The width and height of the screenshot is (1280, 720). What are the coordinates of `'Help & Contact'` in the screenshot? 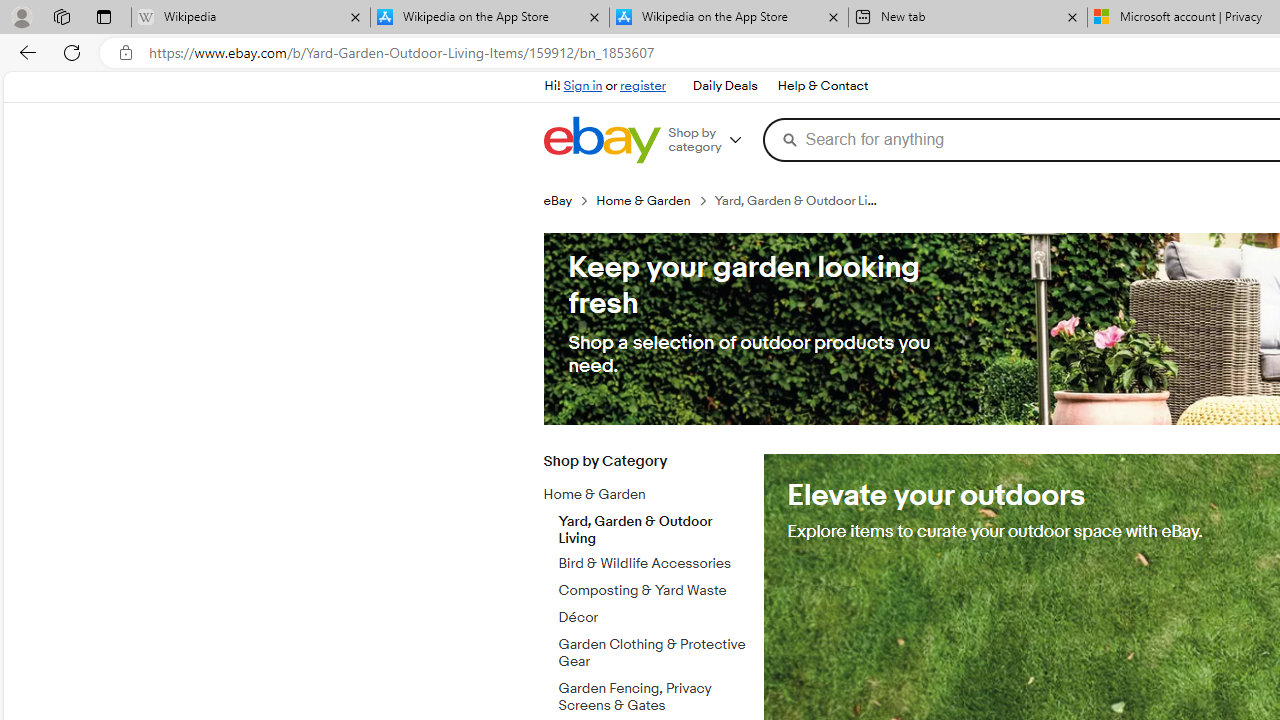 It's located at (823, 86).